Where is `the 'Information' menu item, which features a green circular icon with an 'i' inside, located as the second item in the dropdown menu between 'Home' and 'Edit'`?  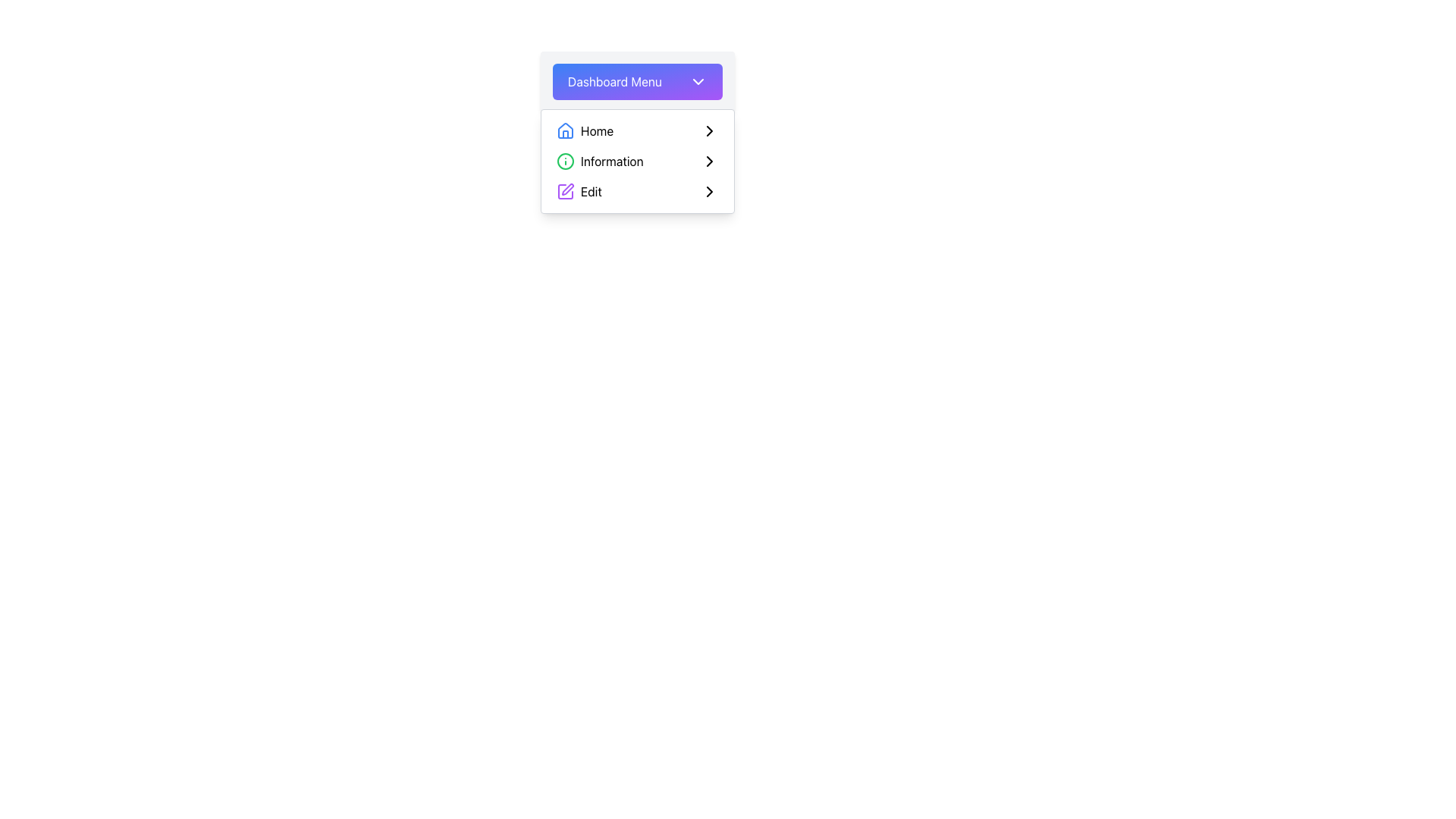 the 'Information' menu item, which features a green circular icon with an 'i' inside, located as the second item in the dropdown menu between 'Home' and 'Edit' is located at coordinates (599, 161).